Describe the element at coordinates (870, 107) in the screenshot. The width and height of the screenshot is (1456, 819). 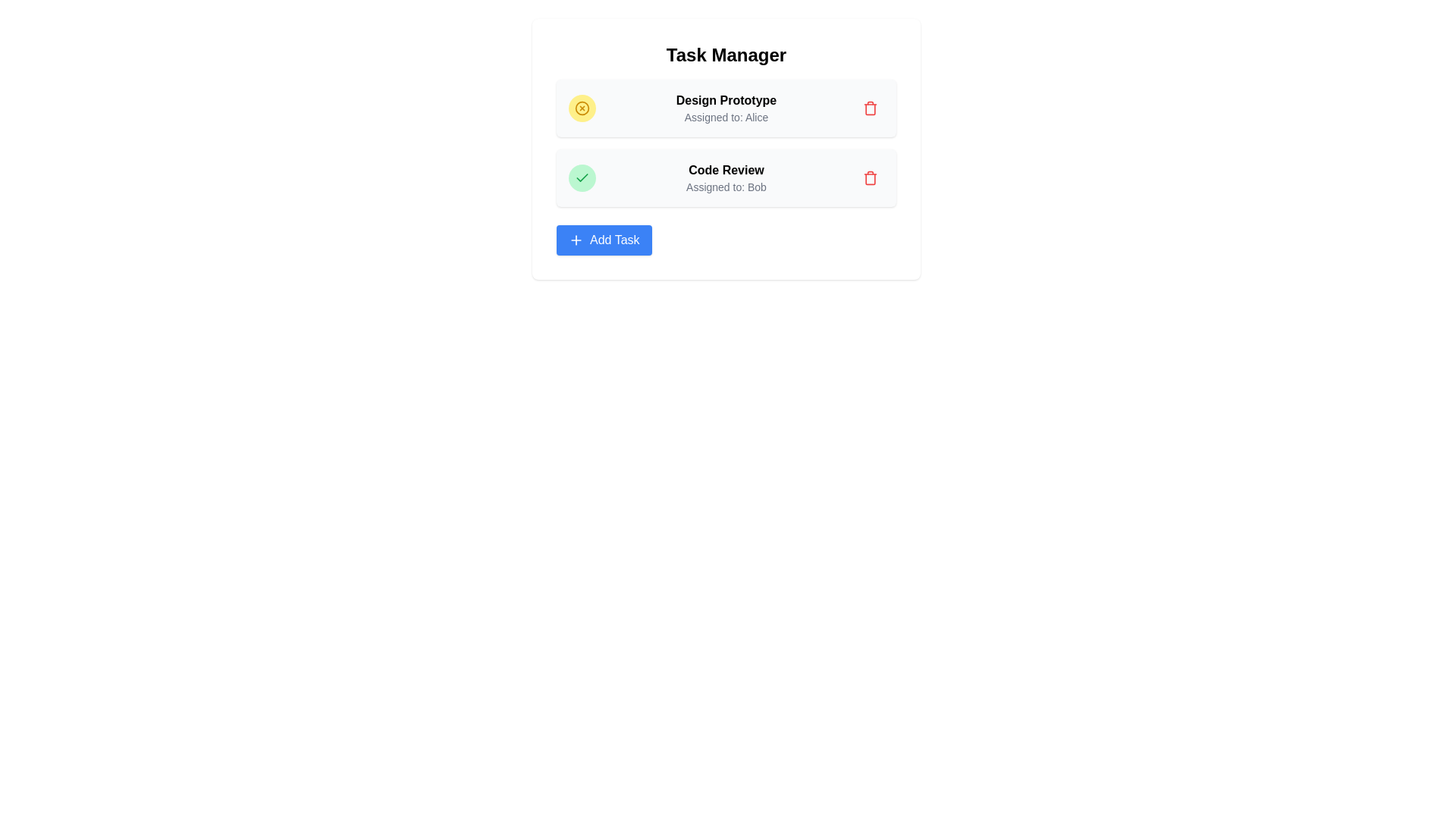
I see `the Trash Icon, which represents the delete action in the task manager interface` at that location.